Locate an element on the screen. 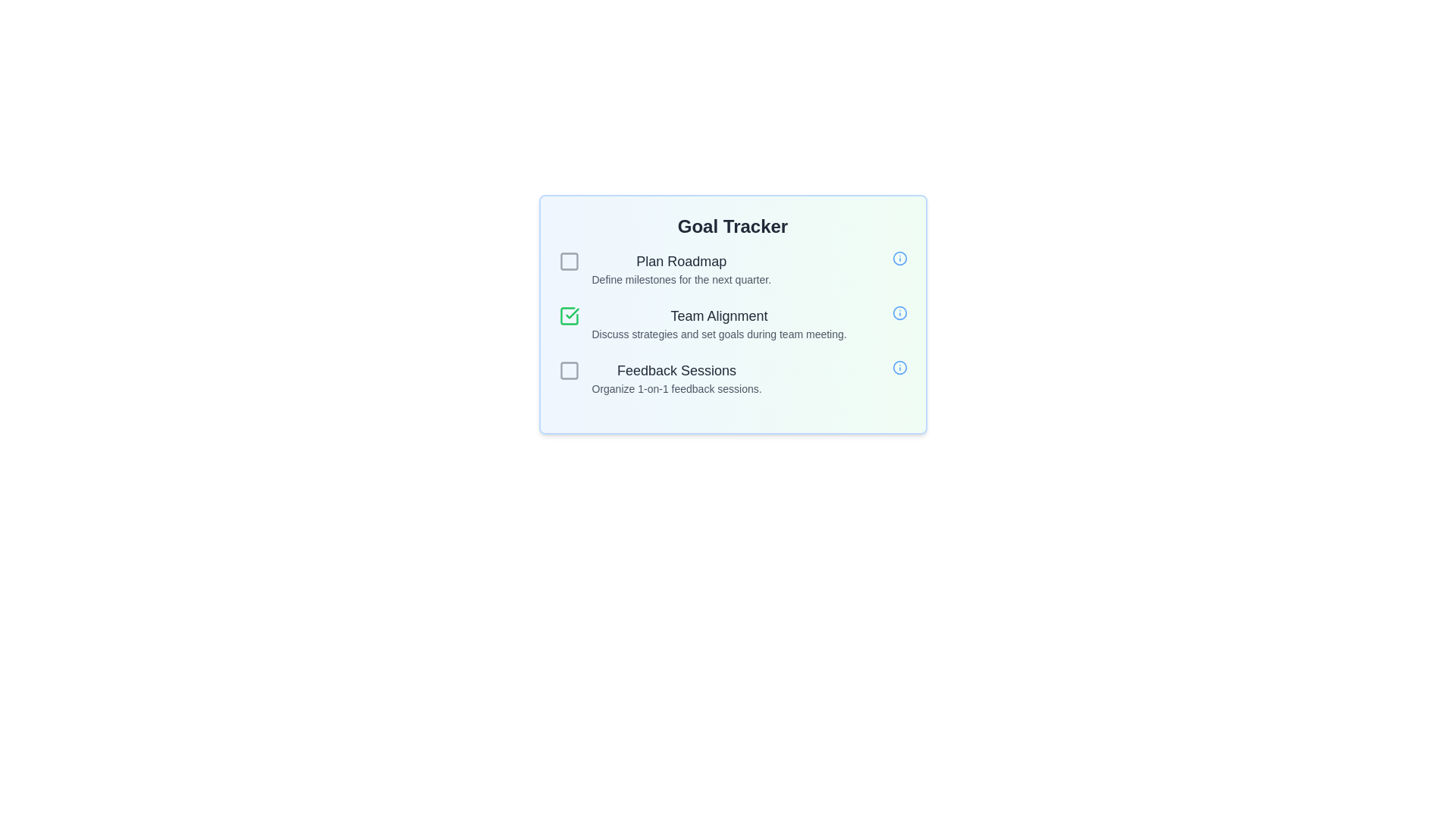  the checked checkbox styled as a square with rounded corners and a green checkmark inside, located to the immediate left of the 'Team Alignment' text in the 'Goal Tracker' panel is located at coordinates (568, 315).